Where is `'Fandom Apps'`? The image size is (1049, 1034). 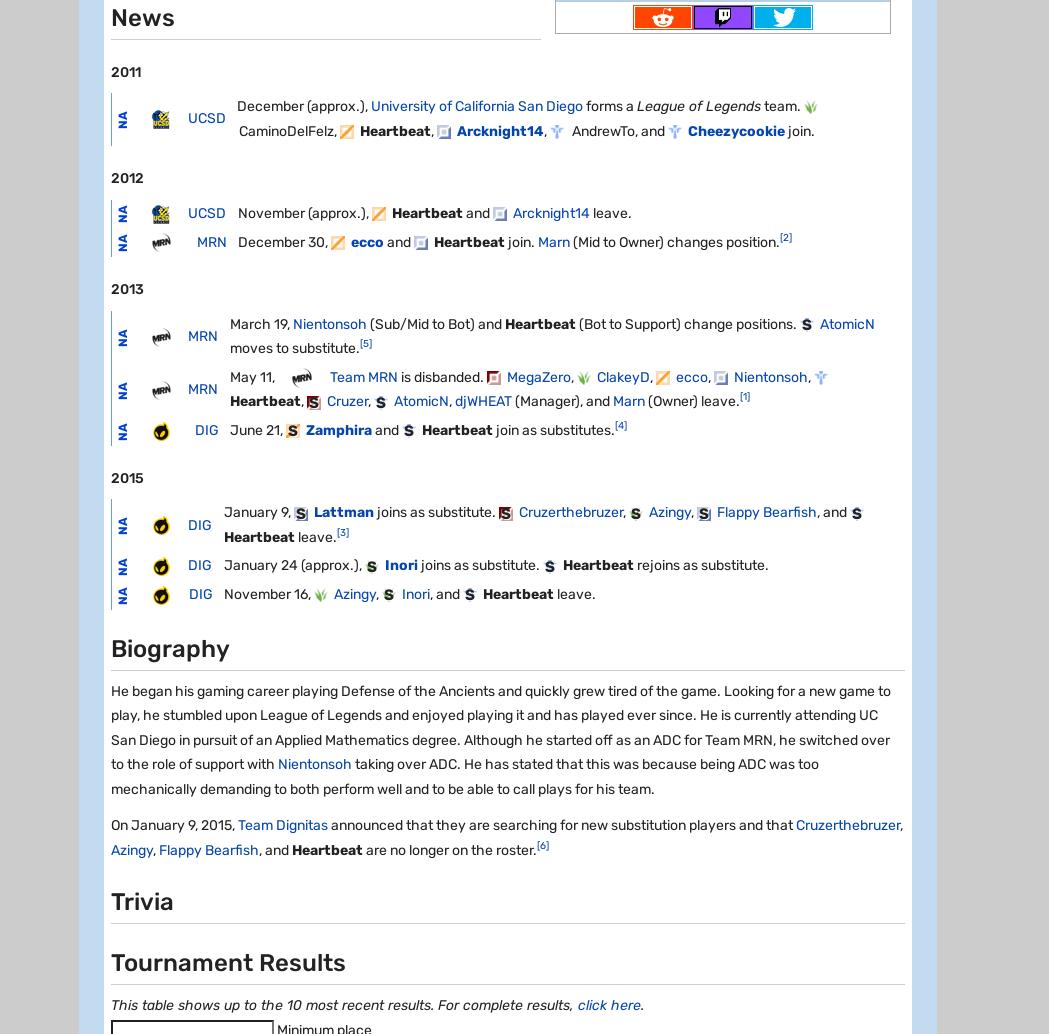
'Fandom Apps' is located at coordinates (128, 821).